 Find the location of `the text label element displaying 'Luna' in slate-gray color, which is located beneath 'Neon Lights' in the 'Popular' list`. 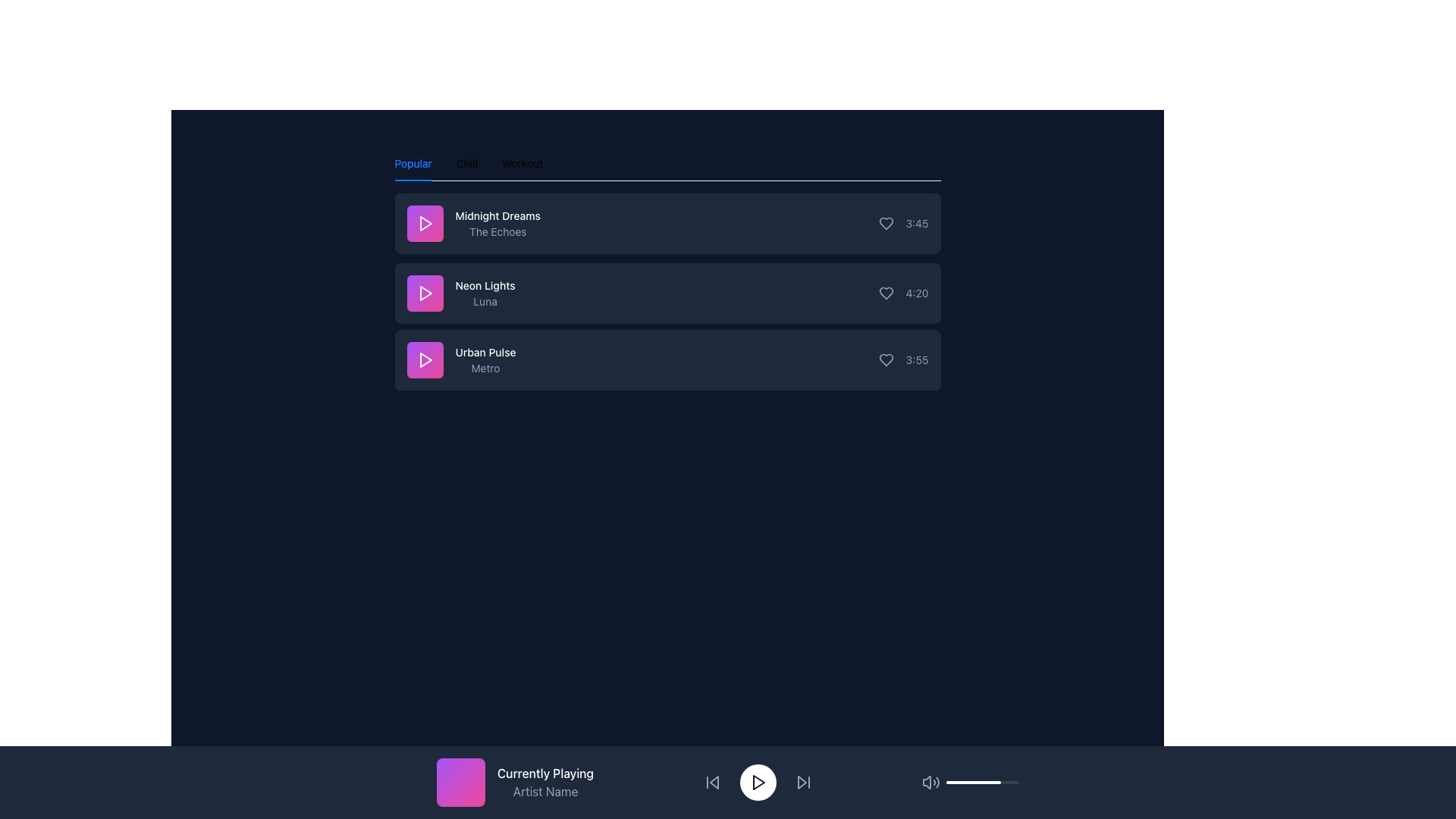

the text label element displaying 'Luna' in slate-gray color, which is located beneath 'Neon Lights' in the 'Popular' list is located at coordinates (485, 301).